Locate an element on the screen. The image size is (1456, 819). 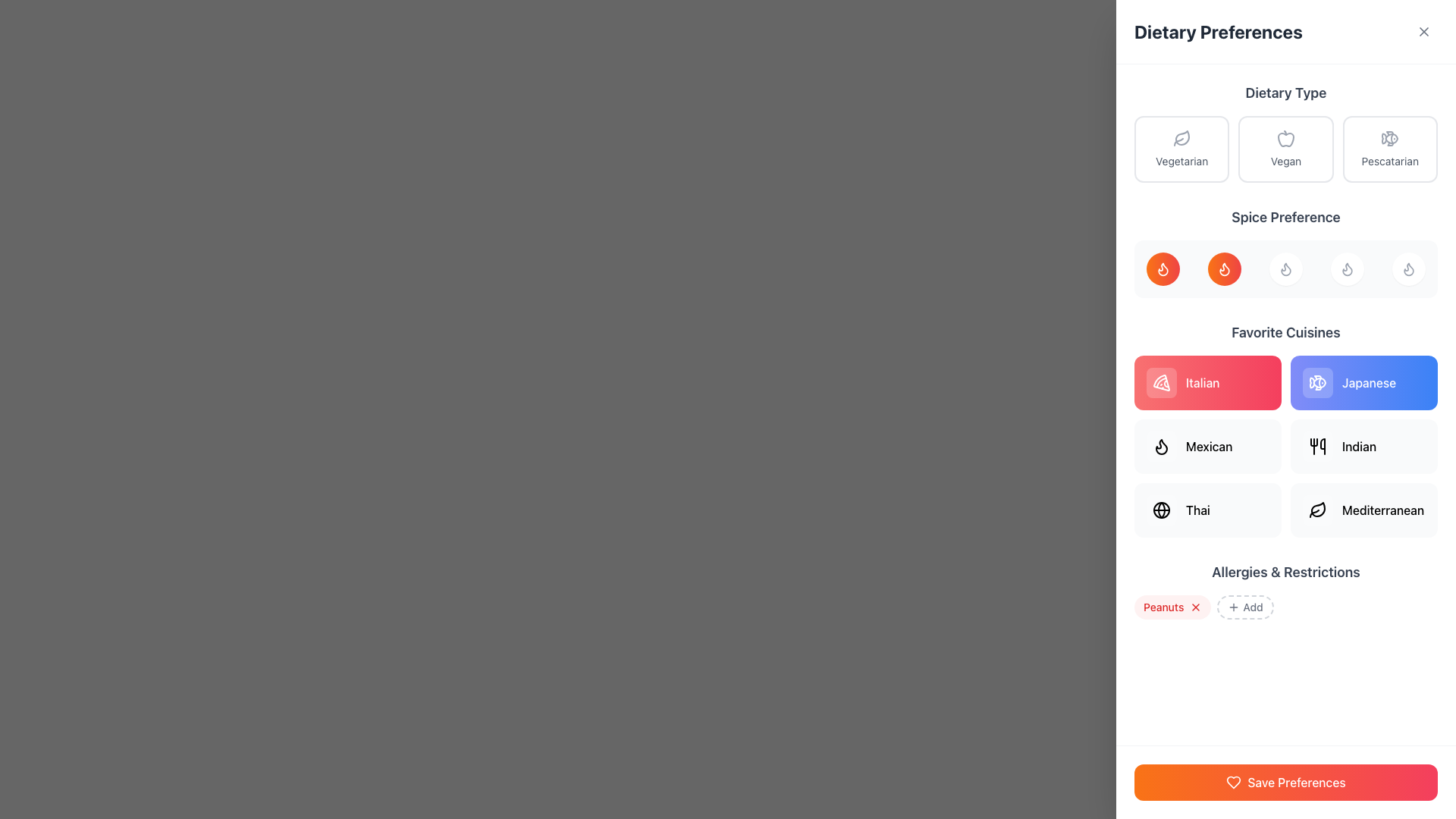
the 'Italian' cuisine button in the 'Favorite Cuisines' section of the preferences panel, which contains a decorative pizza slice icon is located at coordinates (1160, 382).